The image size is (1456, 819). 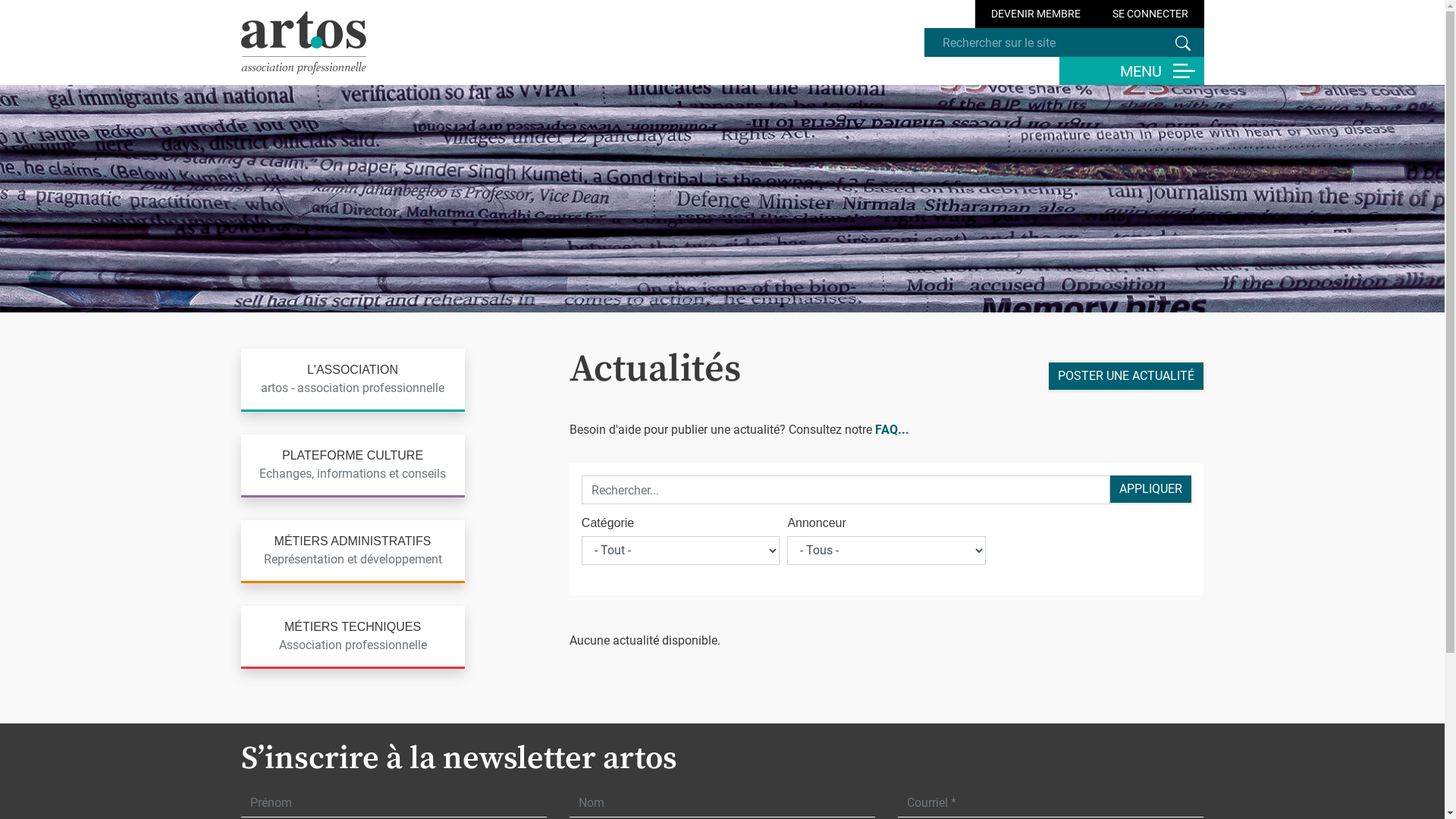 I want to click on 'FAQ...', so click(x=874, y=429).